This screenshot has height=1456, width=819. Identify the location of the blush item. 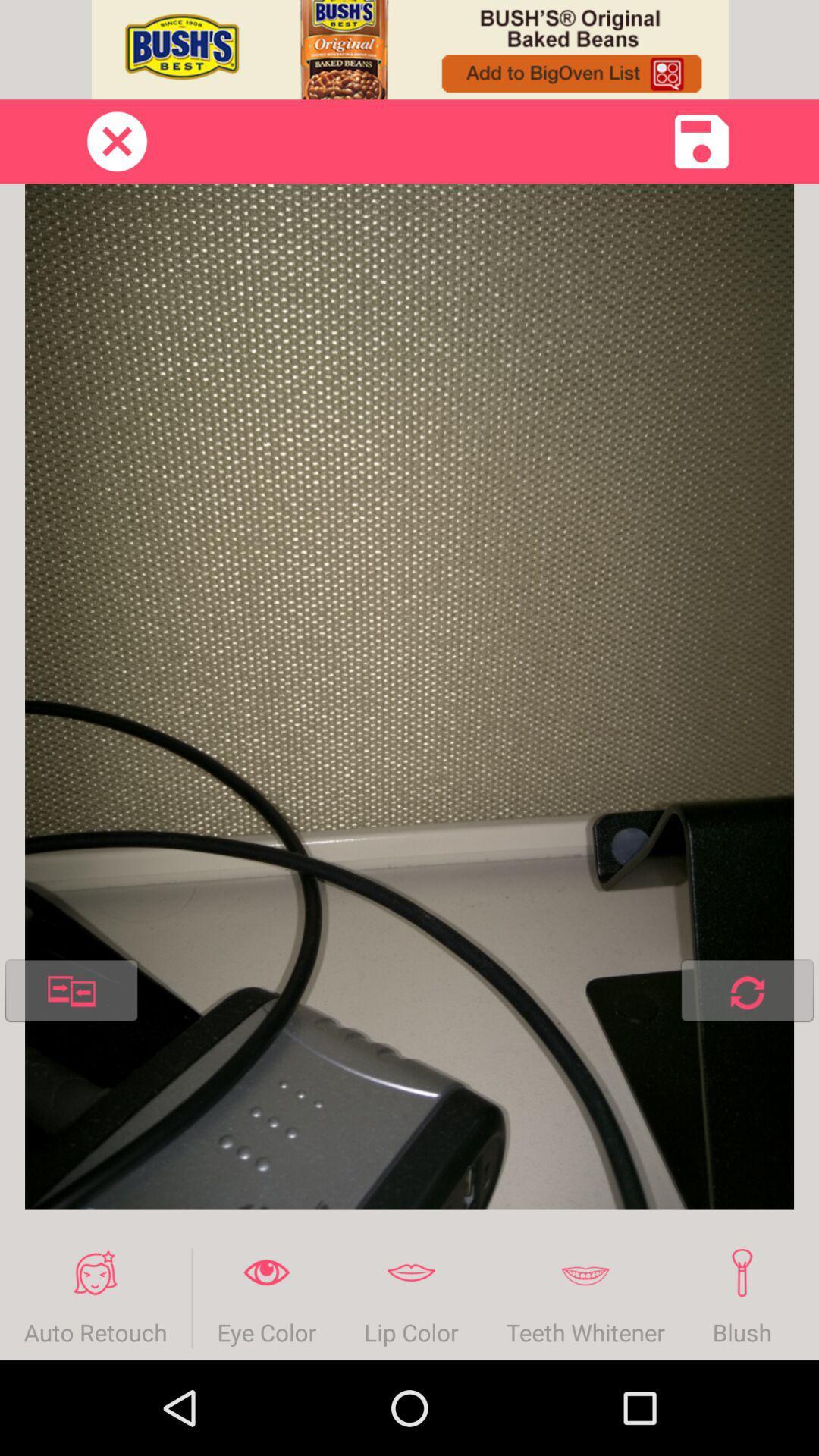
(741, 1298).